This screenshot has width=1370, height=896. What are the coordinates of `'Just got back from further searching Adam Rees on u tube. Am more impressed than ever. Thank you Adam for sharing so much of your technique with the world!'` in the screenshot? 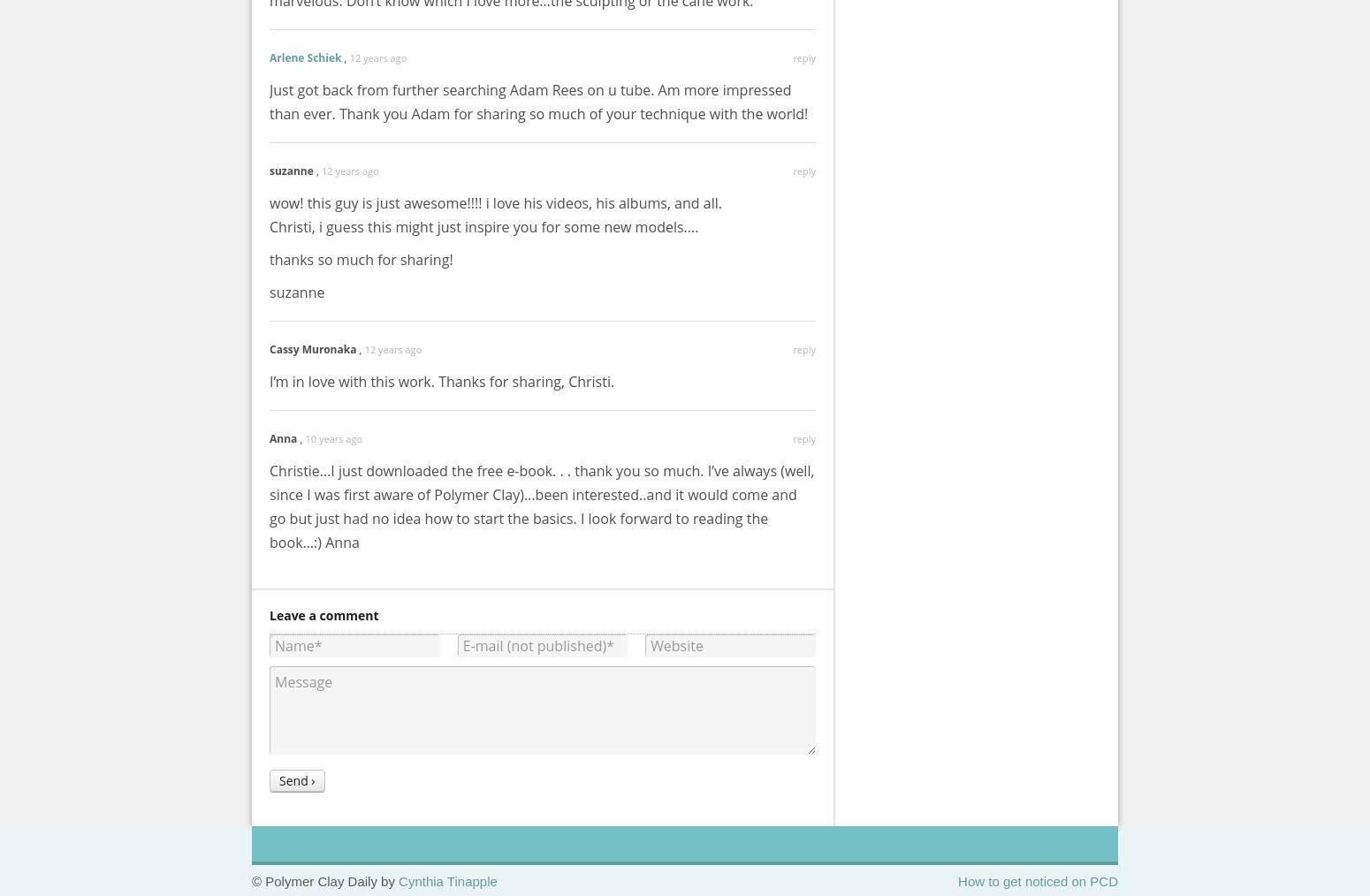 It's located at (538, 102).